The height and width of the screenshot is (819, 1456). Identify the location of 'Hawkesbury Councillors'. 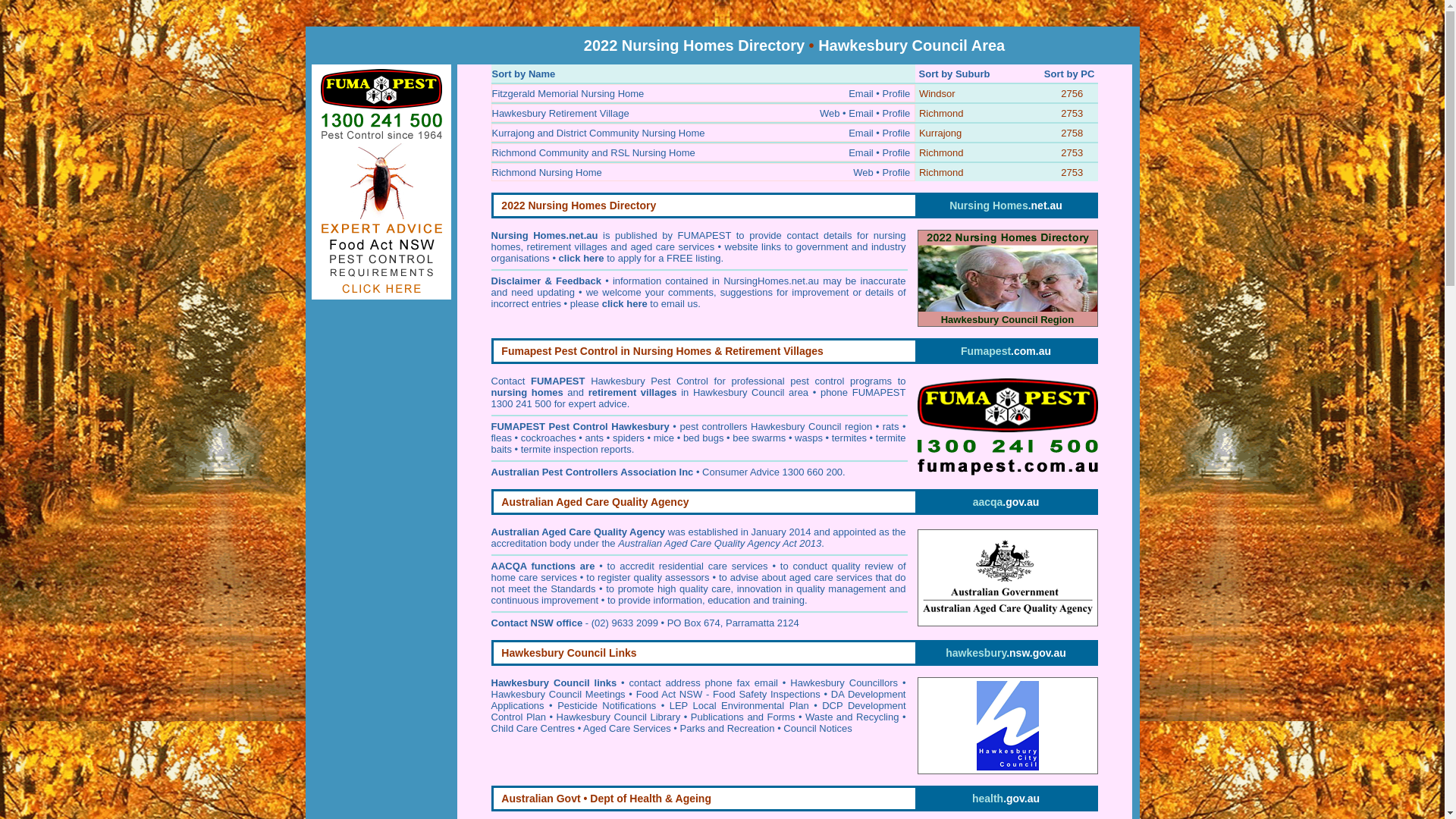
(843, 682).